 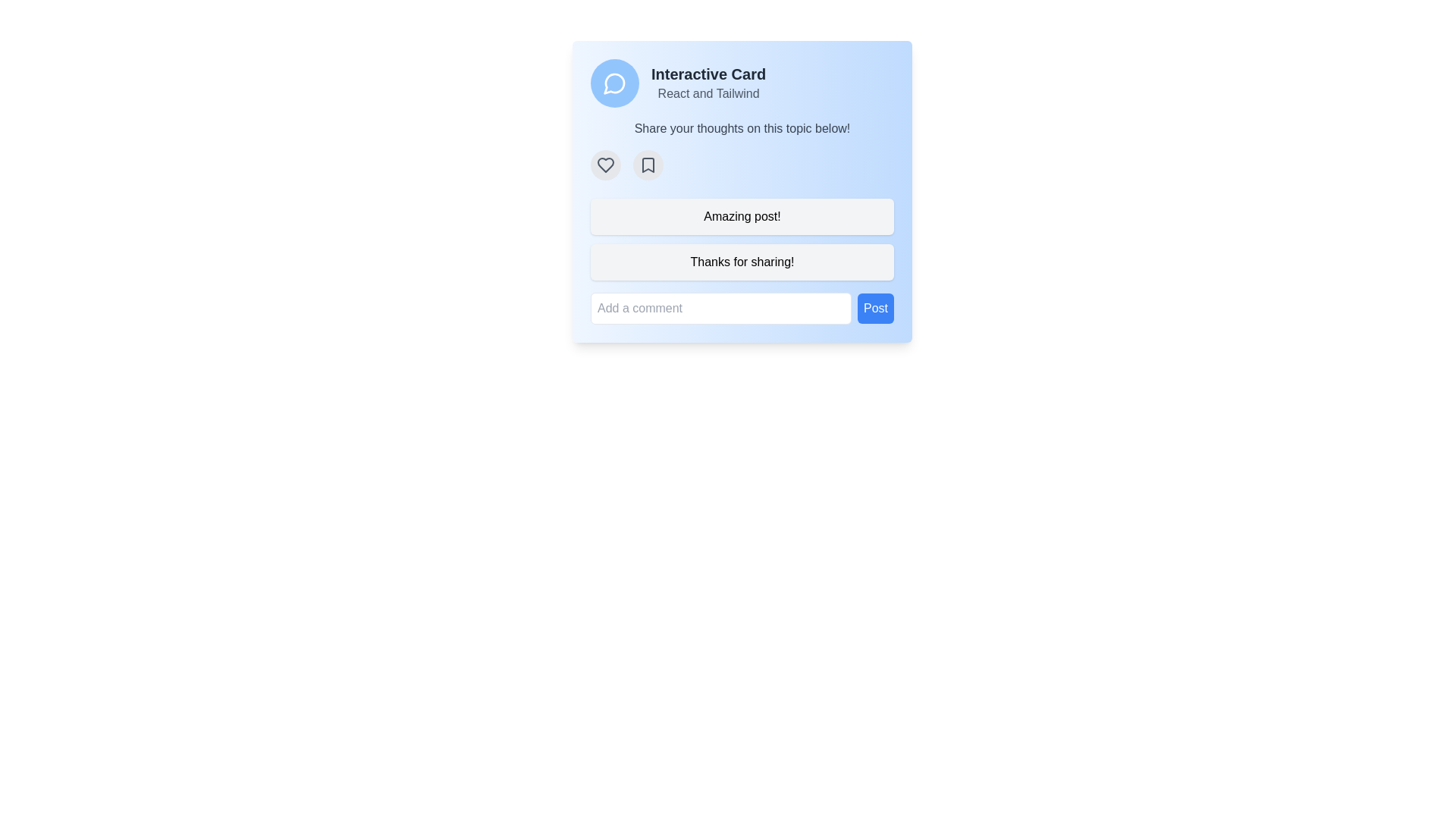 What do you see at coordinates (742, 216) in the screenshot?
I see `the Text display box that presents a message or content, located in the middle section of the interface, directly above the element containing 'Thanks for sharing!'` at bounding box center [742, 216].